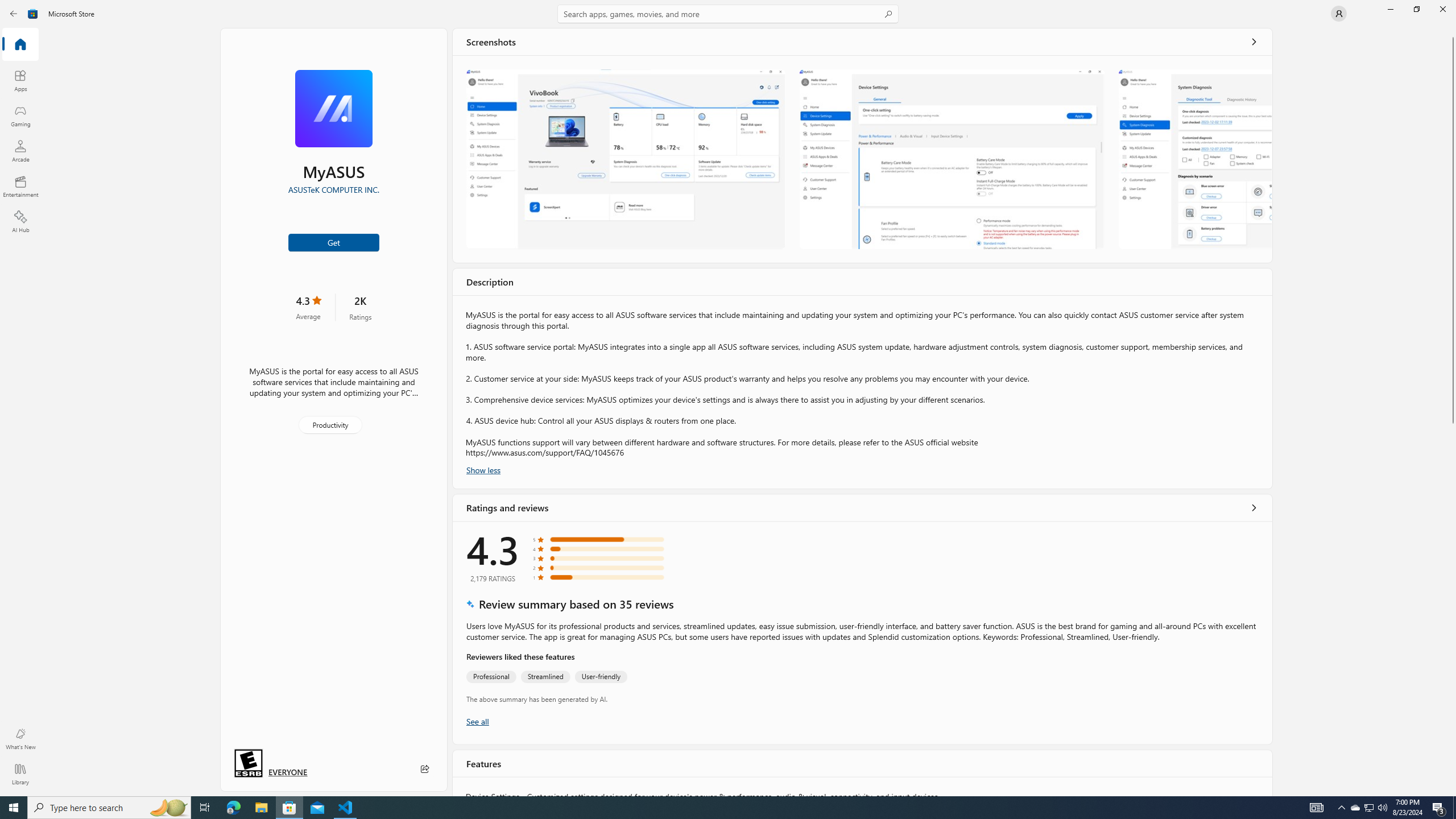  Describe the element at coordinates (1194, 159) in the screenshot. I see `'Screenshot 3'` at that location.